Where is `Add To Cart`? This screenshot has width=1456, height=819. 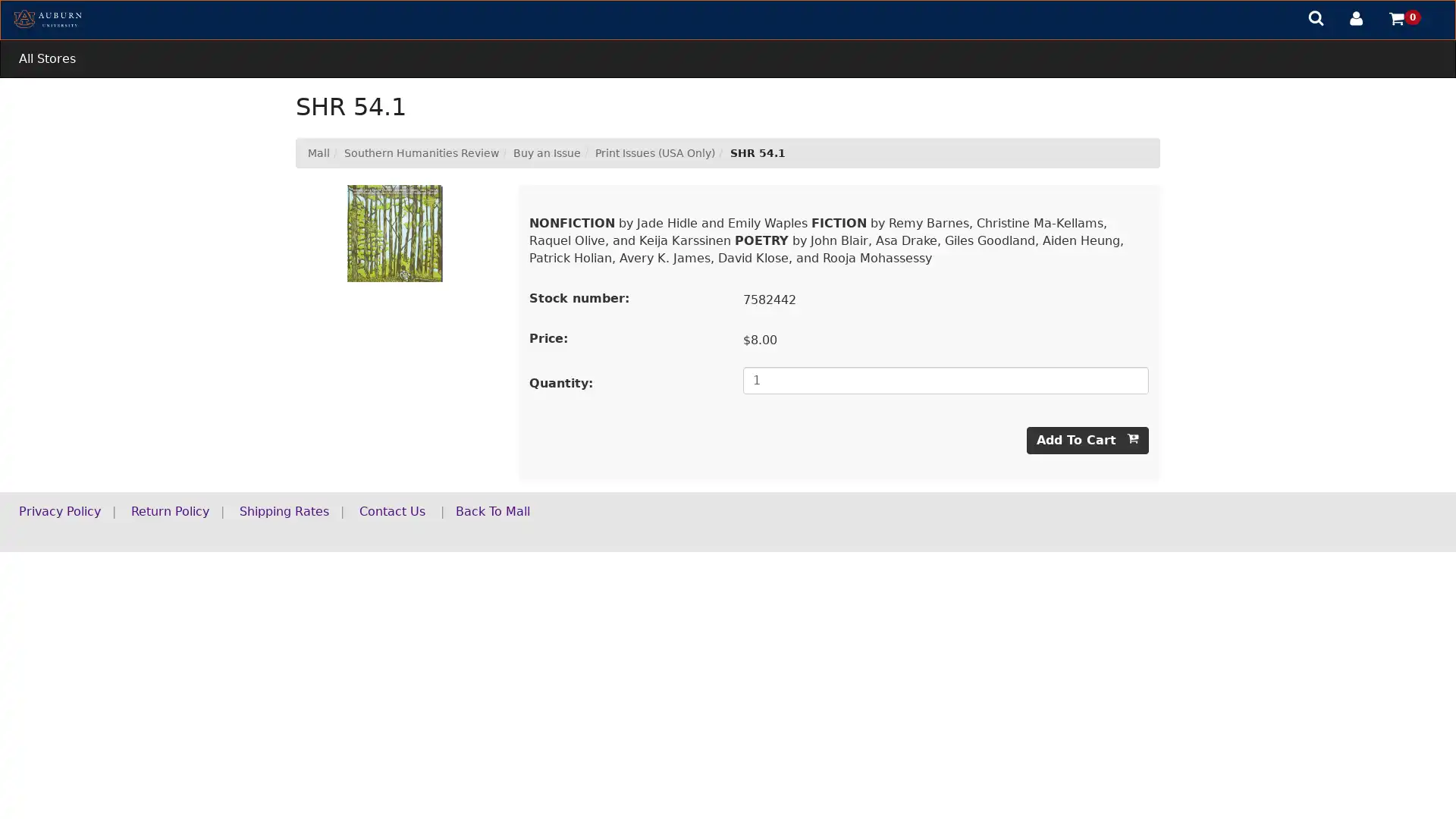
Add To Cart is located at coordinates (1087, 440).